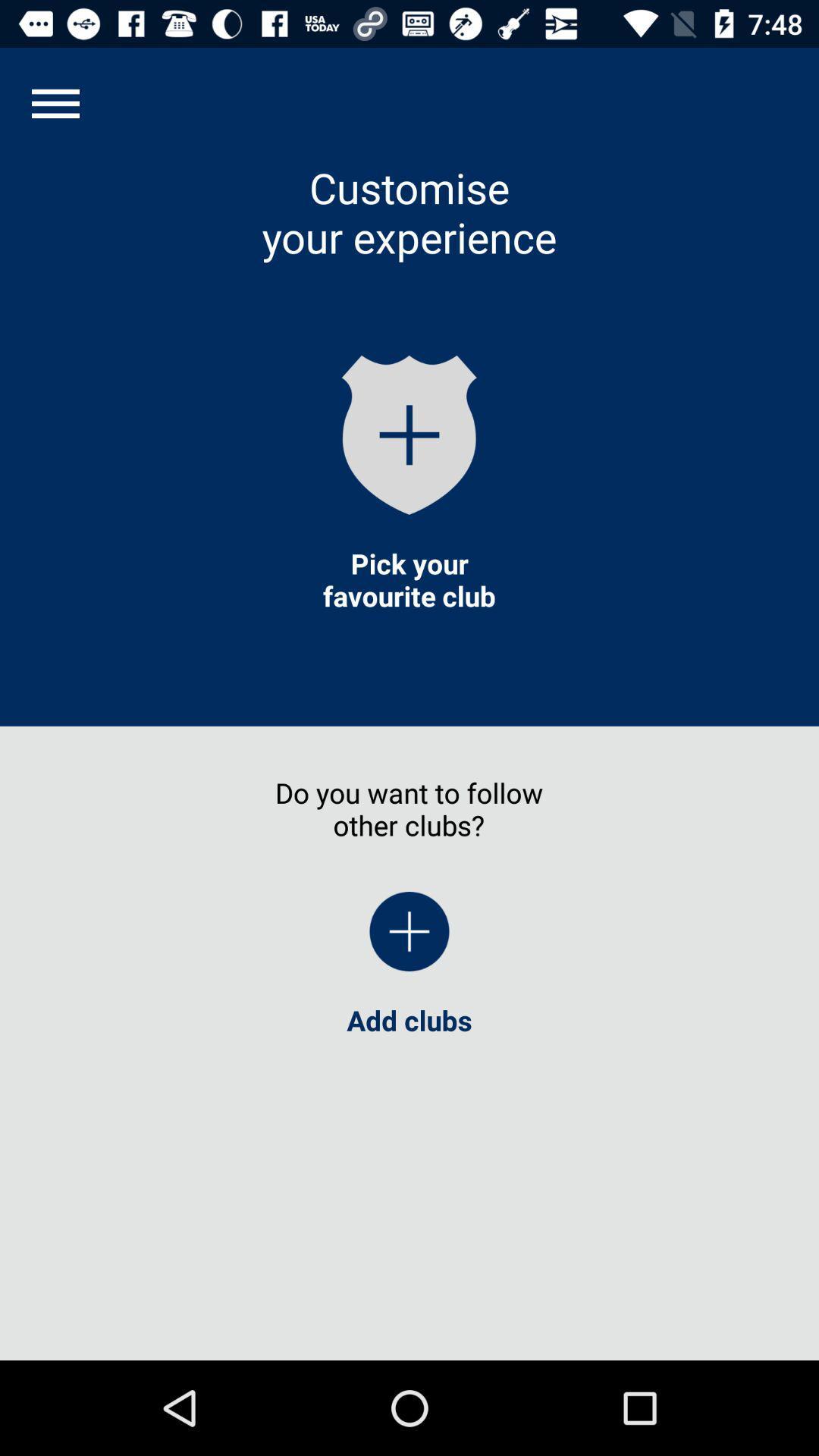 Image resolution: width=819 pixels, height=1456 pixels. Describe the element at coordinates (409, 434) in the screenshot. I see `the add icon` at that location.